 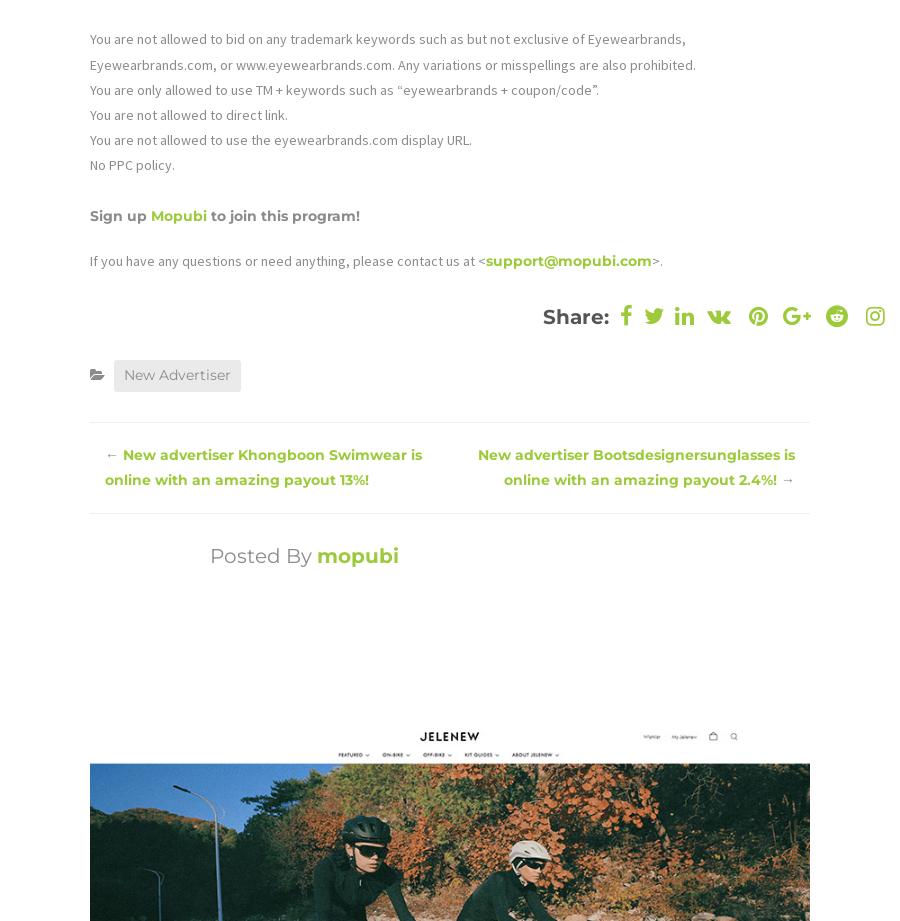 What do you see at coordinates (189, 115) in the screenshot?
I see `'You are not allowed to direct link.'` at bounding box center [189, 115].